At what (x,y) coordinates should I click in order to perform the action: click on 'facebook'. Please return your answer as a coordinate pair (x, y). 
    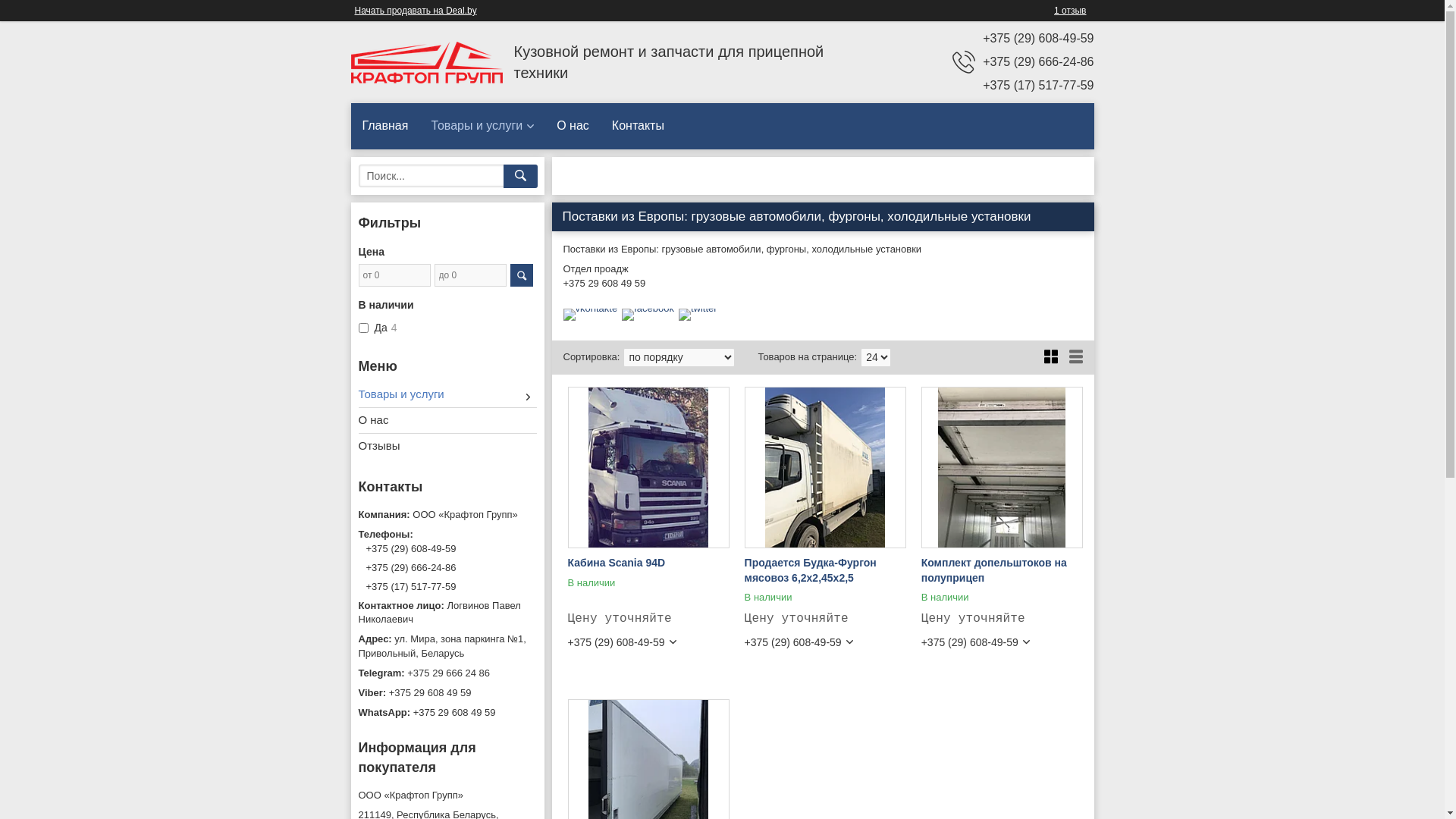
    Looking at the image, I should click on (648, 307).